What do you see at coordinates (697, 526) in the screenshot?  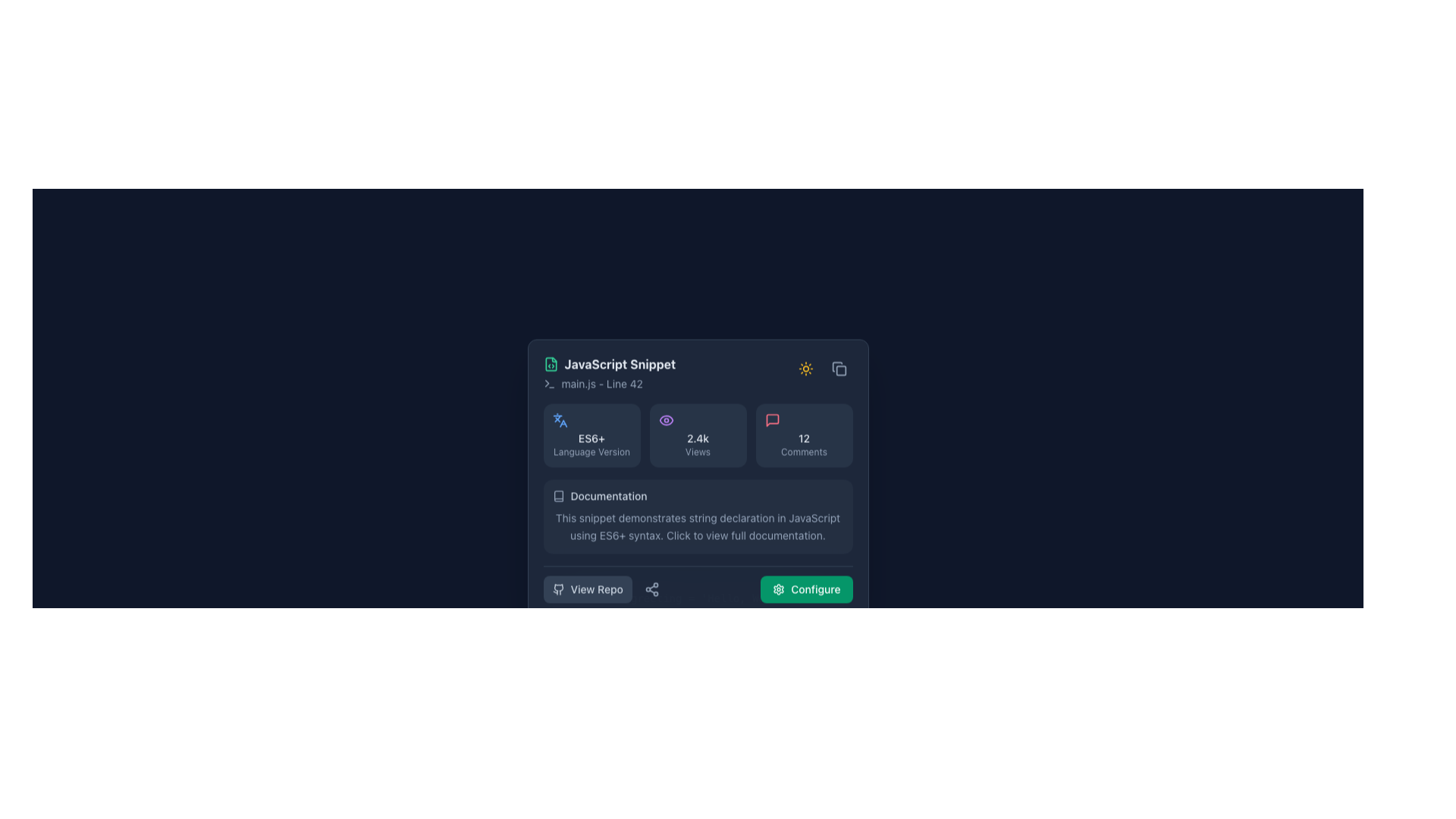 I see `the text block providing descriptive information about string declaration in JavaScript using ES6+ syntax, located at the bottom of the 'Documentation' section` at bounding box center [697, 526].